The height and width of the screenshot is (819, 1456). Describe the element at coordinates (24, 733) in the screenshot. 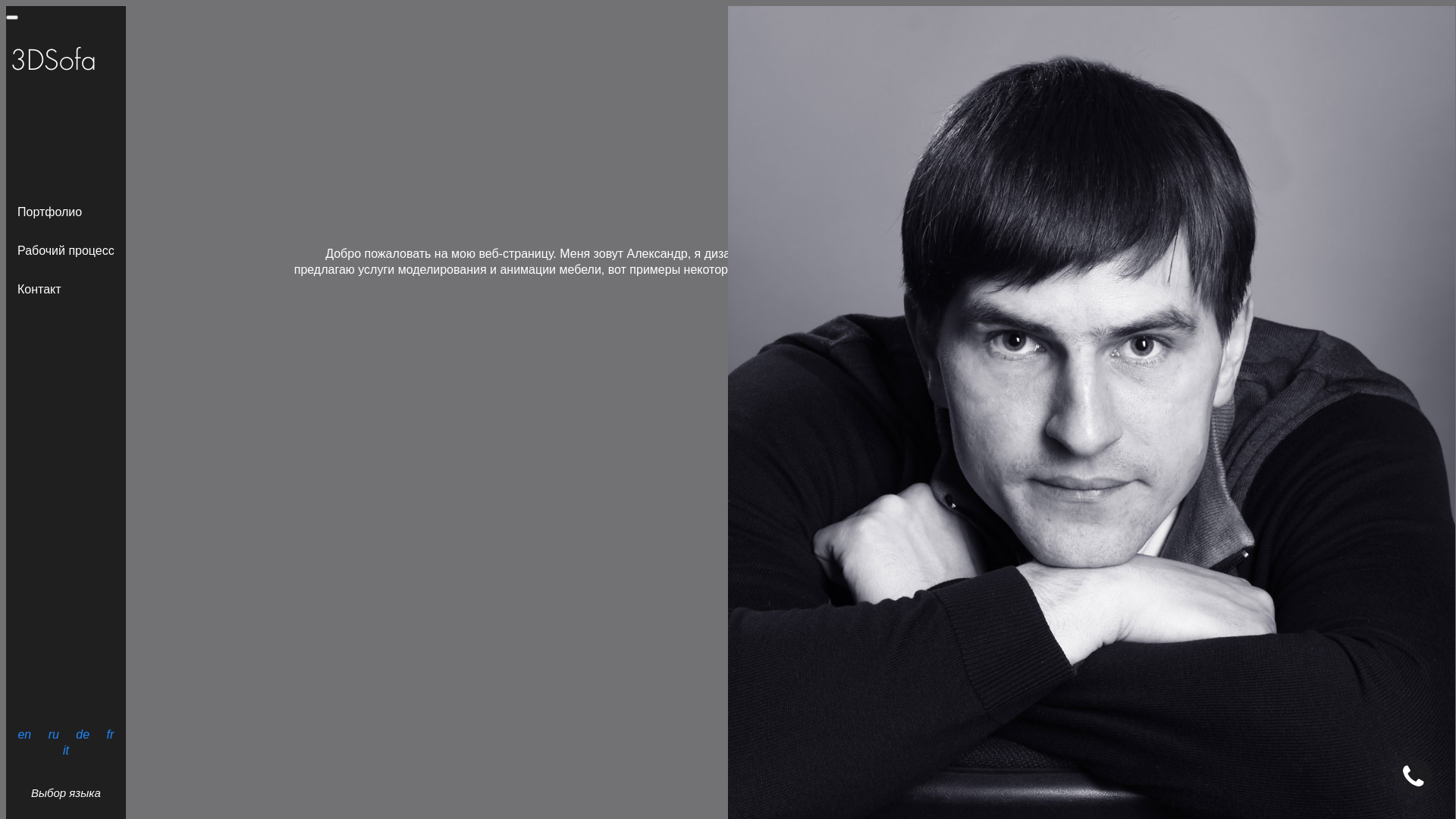

I see `'en'` at that location.